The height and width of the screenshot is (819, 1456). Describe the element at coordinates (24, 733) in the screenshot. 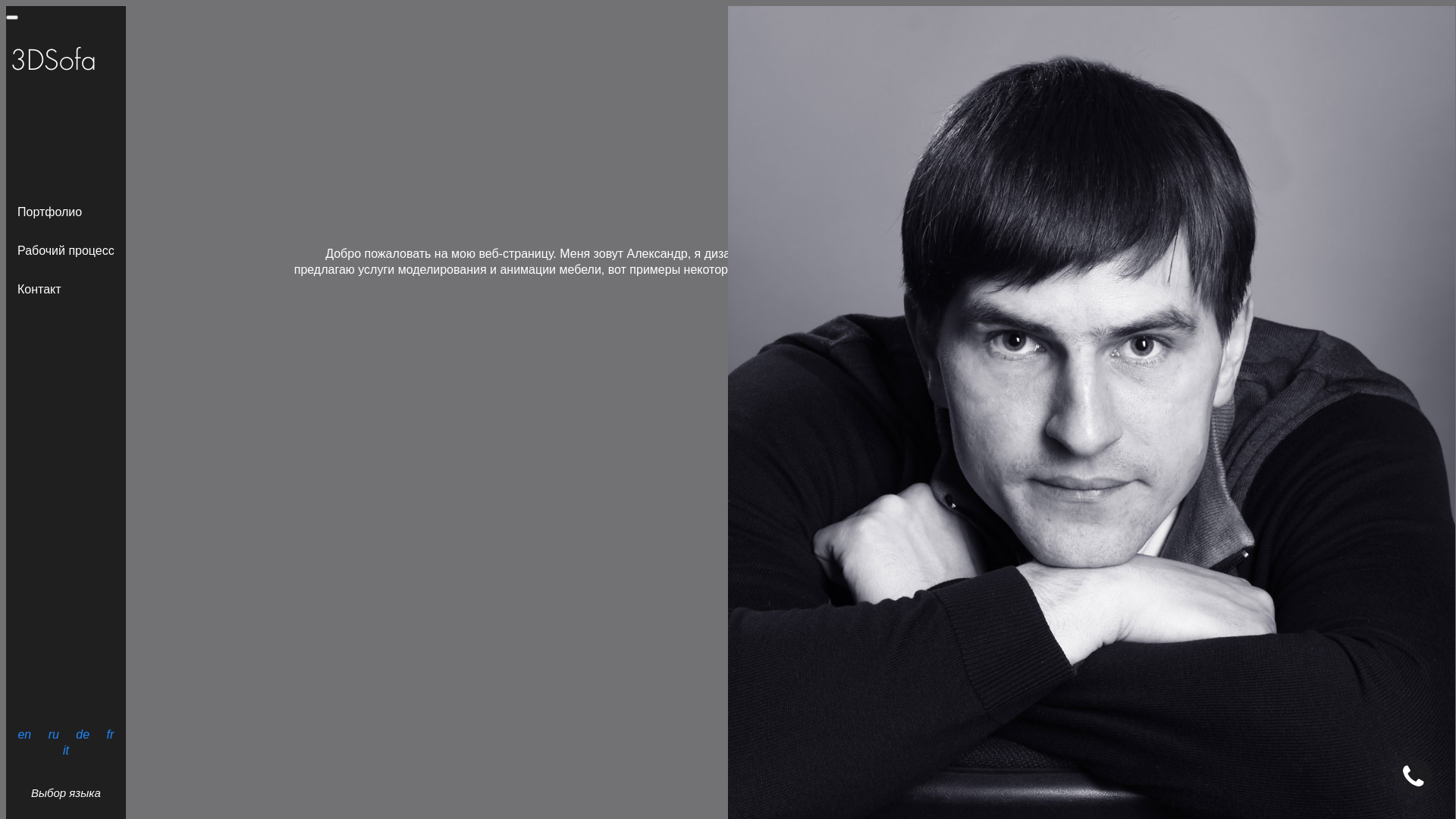

I see `'en'` at that location.